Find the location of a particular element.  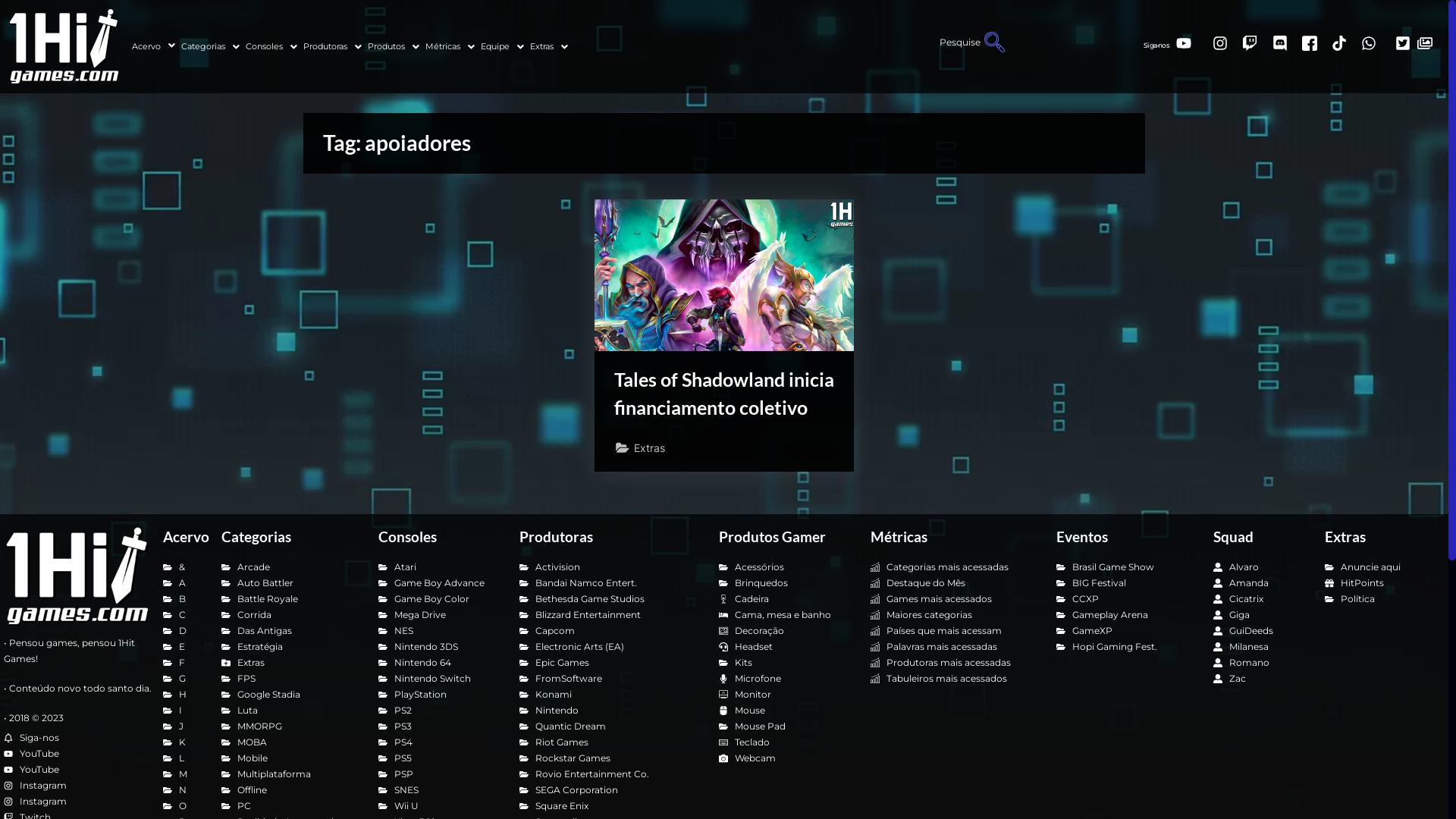

'Tales of Shadowland inicia financiamento coletivo' is located at coordinates (723, 393).